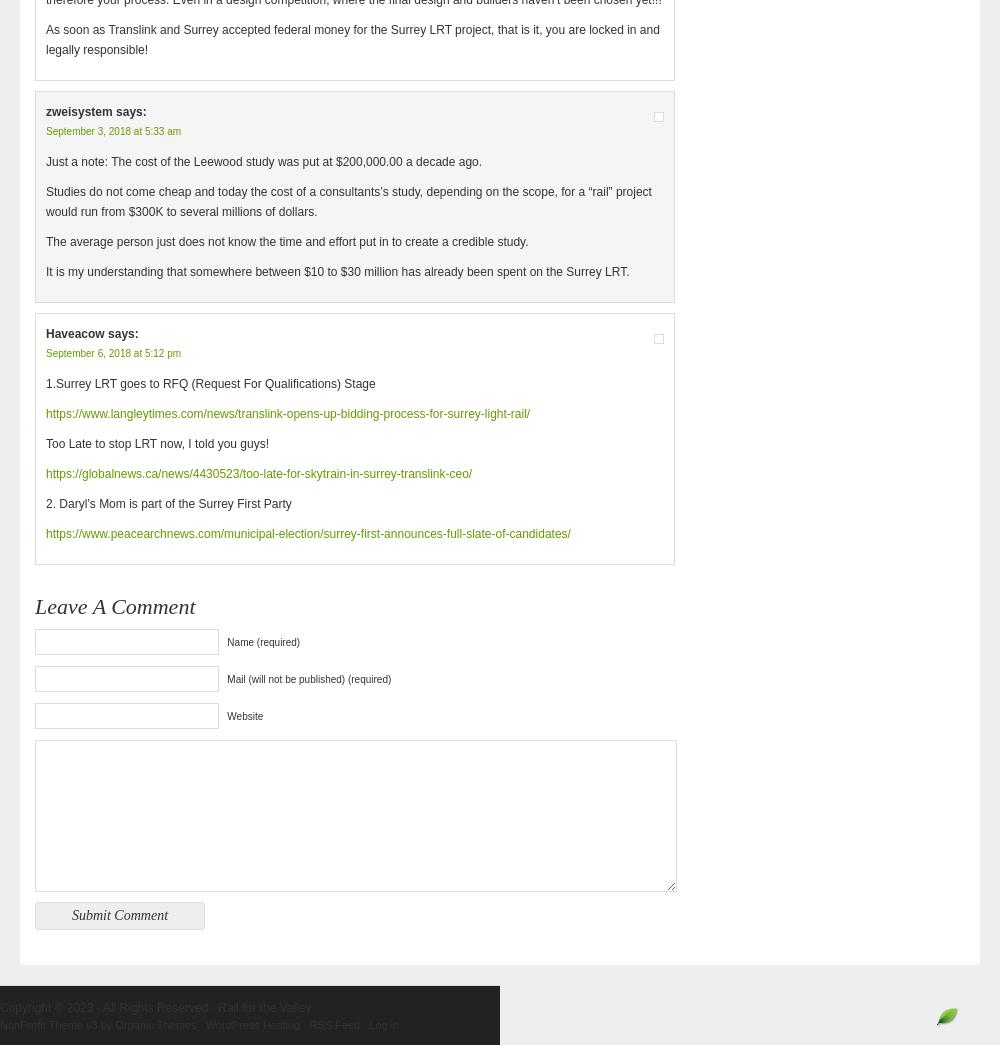  I want to click on 'WordPress Hosting', so click(252, 1025).